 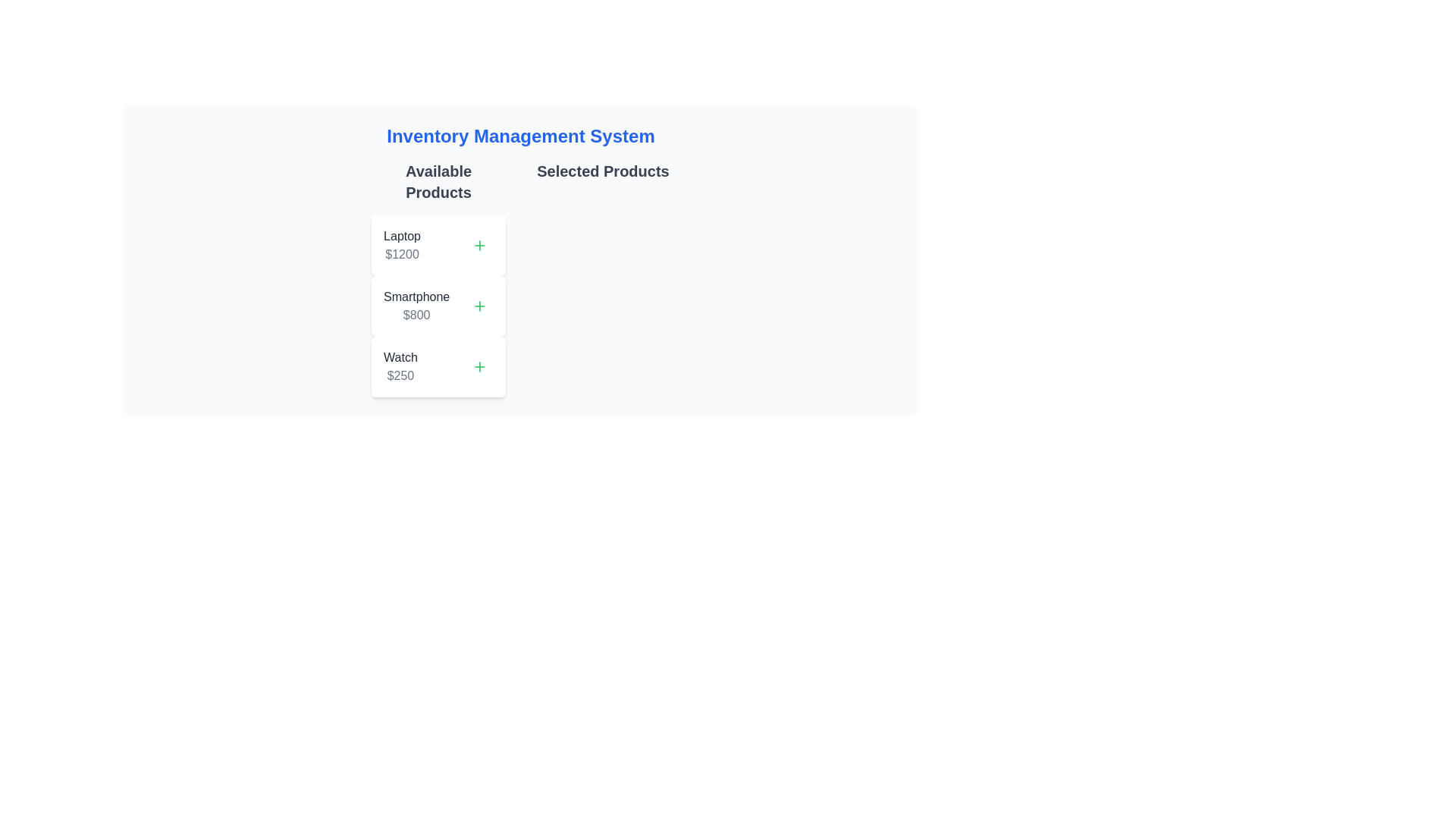 What do you see at coordinates (416, 315) in the screenshot?
I see `the text label displaying the price "$800" below the product title "Smartphone" in the Available Products list` at bounding box center [416, 315].